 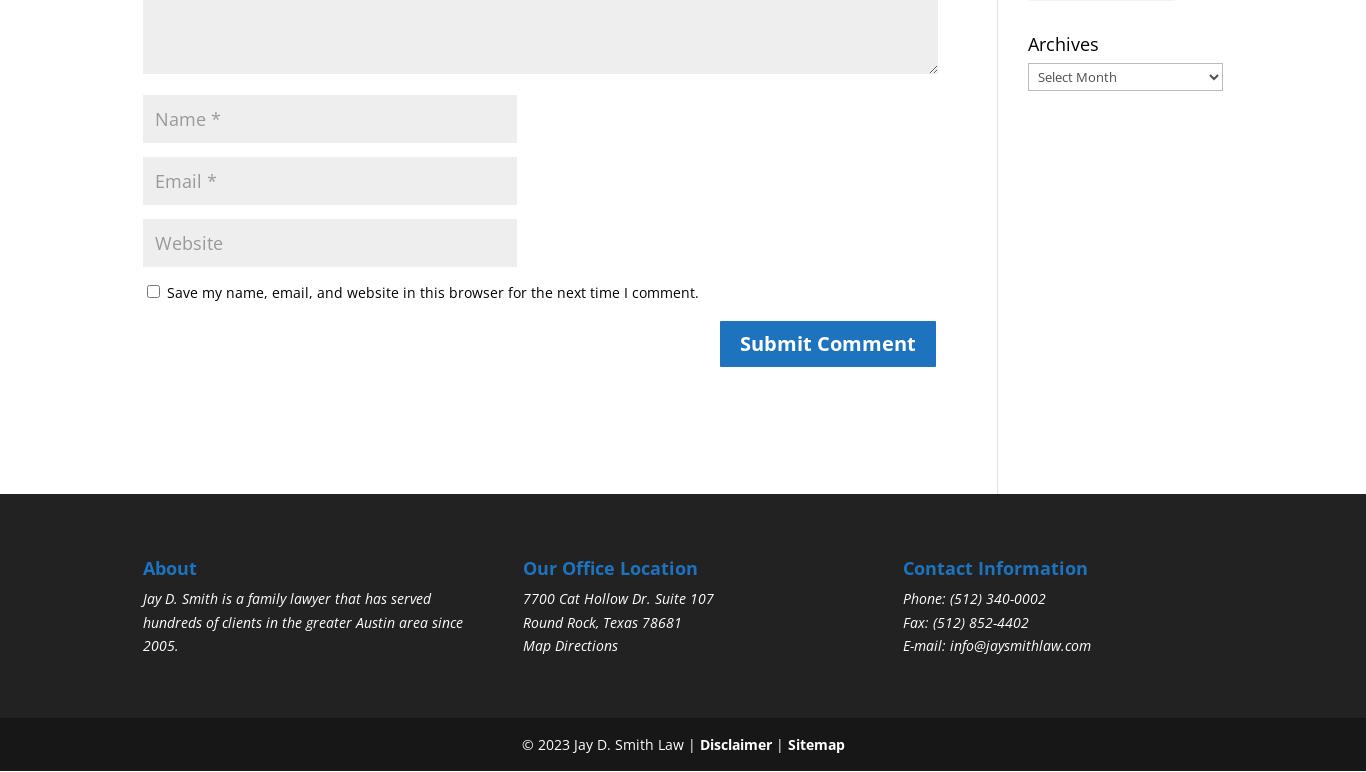 I want to click on 'About', so click(x=142, y=566).